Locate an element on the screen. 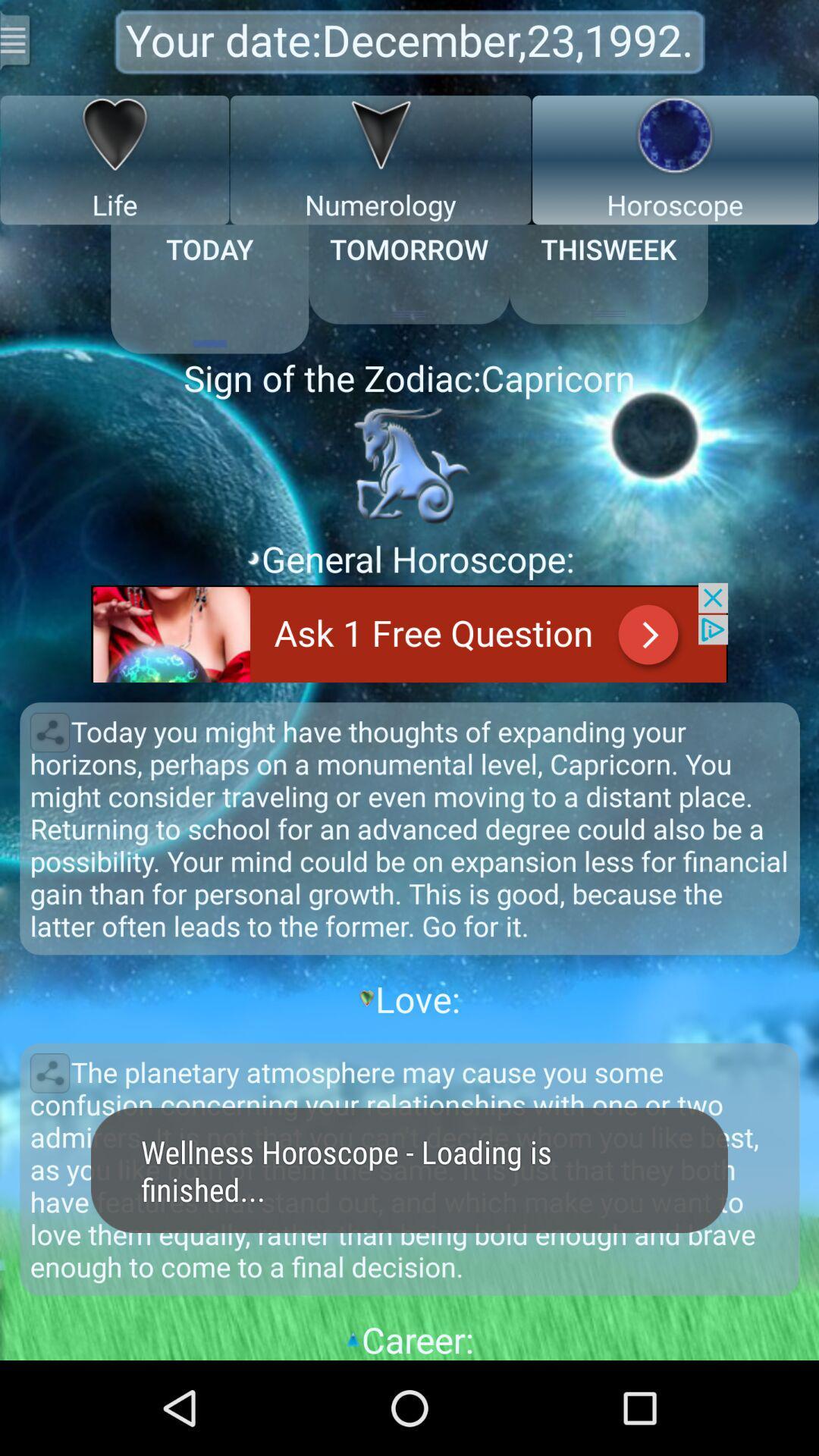 Image resolution: width=819 pixels, height=1456 pixels. share is located at coordinates (49, 1072).